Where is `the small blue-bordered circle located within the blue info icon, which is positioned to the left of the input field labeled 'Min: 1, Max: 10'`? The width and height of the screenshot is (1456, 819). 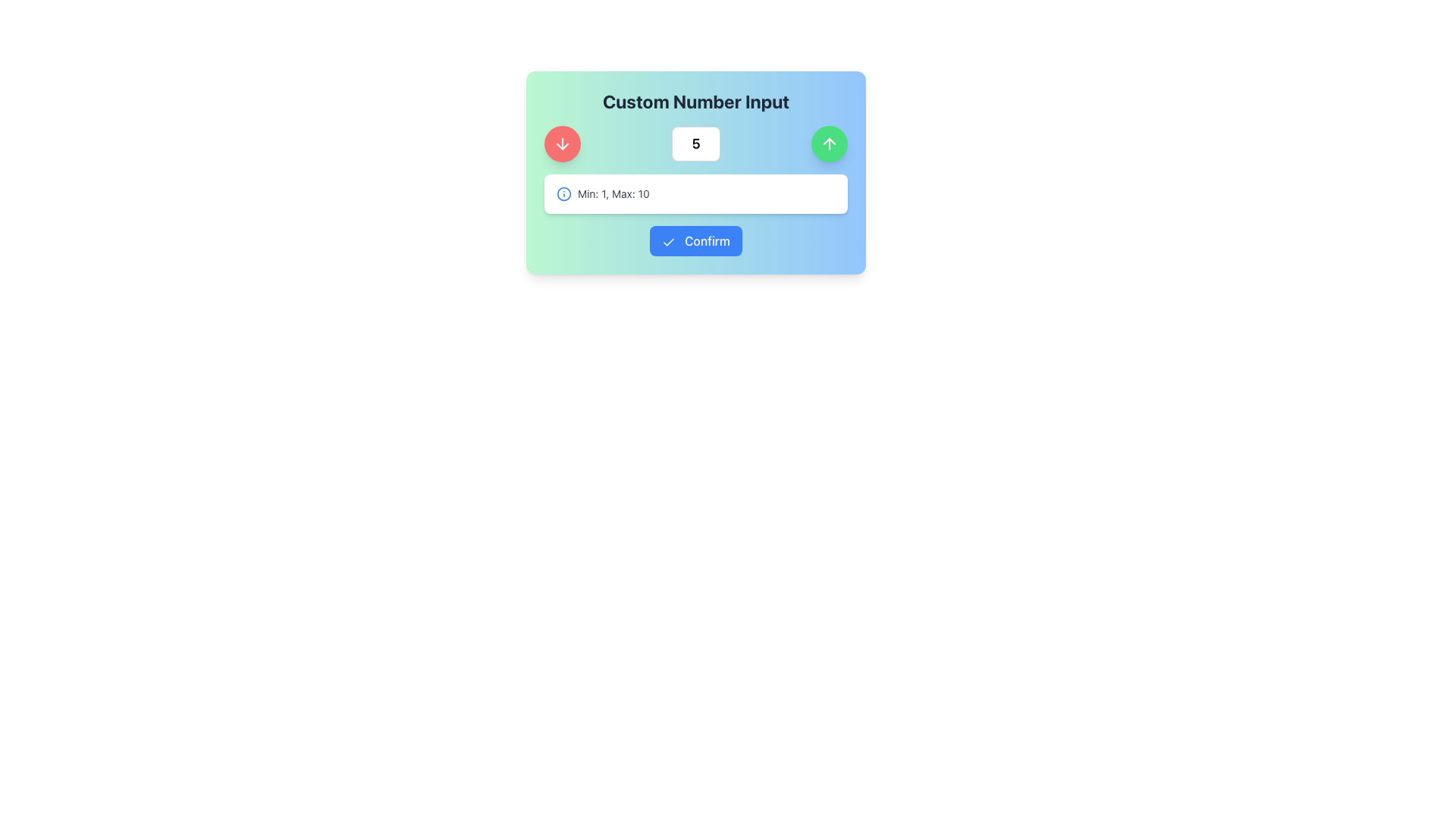
the small blue-bordered circle located within the blue info icon, which is positioned to the left of the input field labeled 'Min: 1, Max: 10' is located at coordinates (563, 193).